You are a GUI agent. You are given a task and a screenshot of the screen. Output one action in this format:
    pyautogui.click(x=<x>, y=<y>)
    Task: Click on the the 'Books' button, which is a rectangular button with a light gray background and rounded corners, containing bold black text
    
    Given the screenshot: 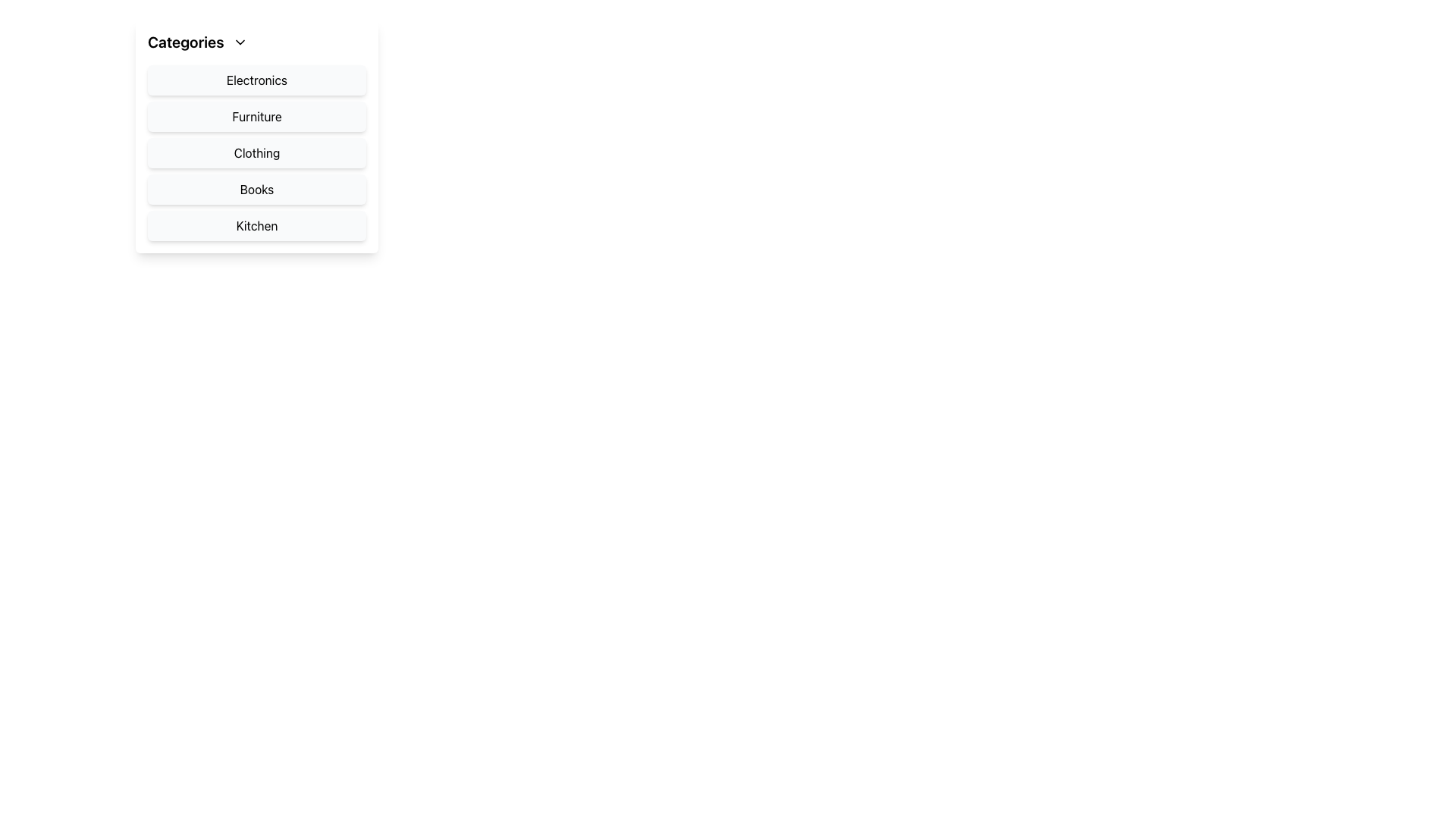 What is the action you would take?
    pyautogui.click(x=257, y=189)
    